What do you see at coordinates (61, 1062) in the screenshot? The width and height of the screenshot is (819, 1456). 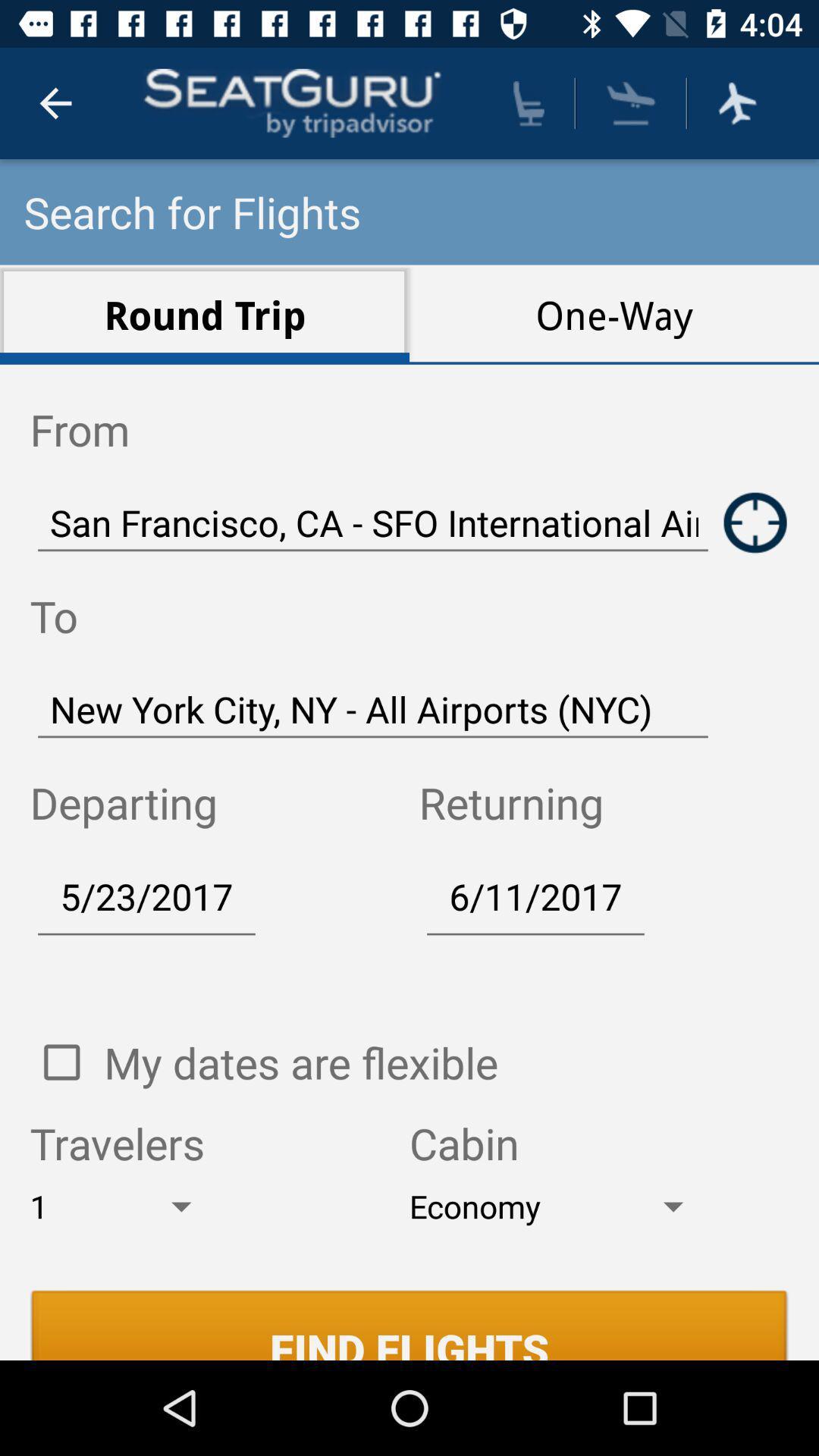 I see `the item to the left of the my dates are` at bounding box center [61, 1062].